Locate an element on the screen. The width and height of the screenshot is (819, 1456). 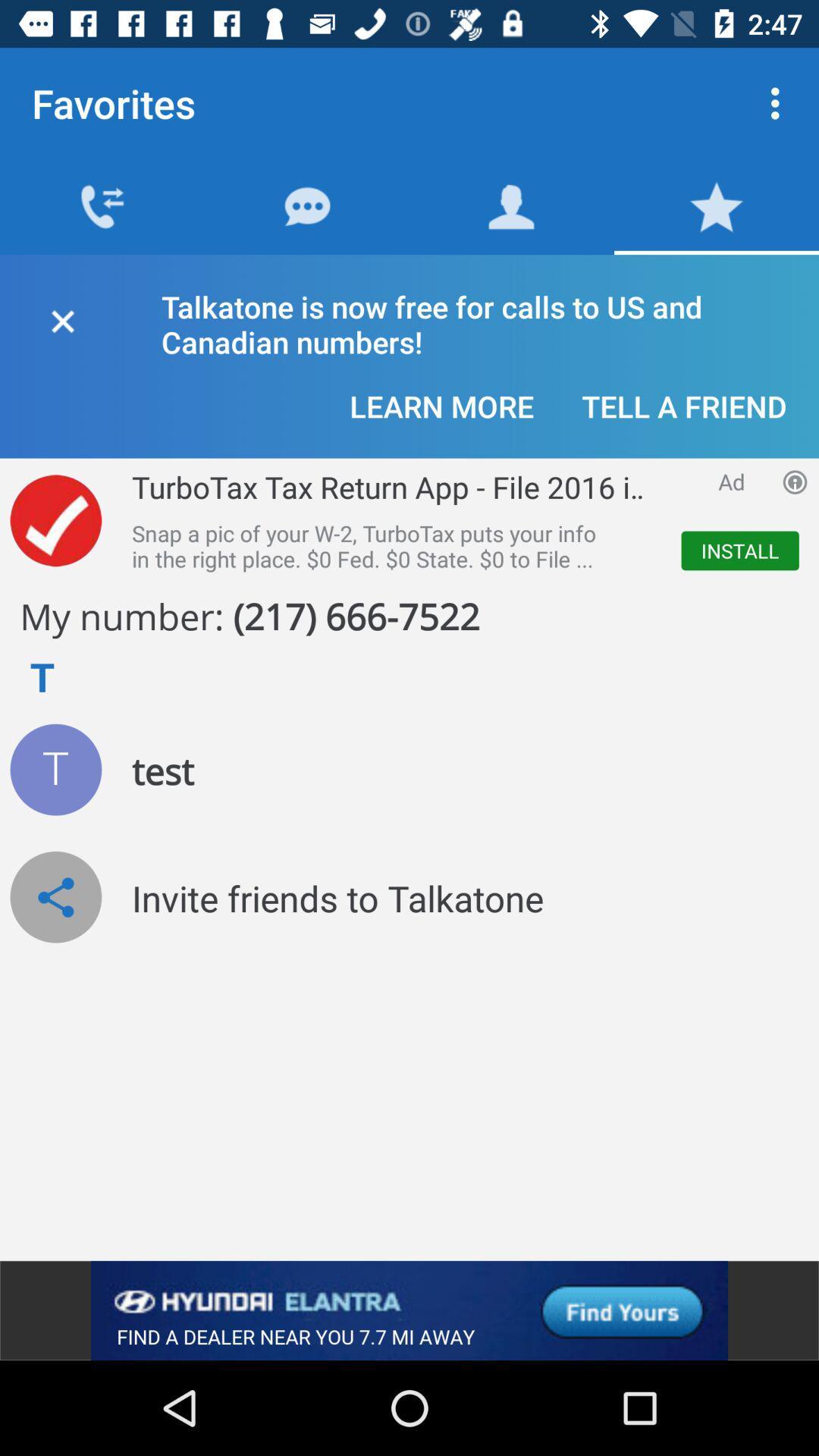
profile picture is located at coordinates (55, 770).